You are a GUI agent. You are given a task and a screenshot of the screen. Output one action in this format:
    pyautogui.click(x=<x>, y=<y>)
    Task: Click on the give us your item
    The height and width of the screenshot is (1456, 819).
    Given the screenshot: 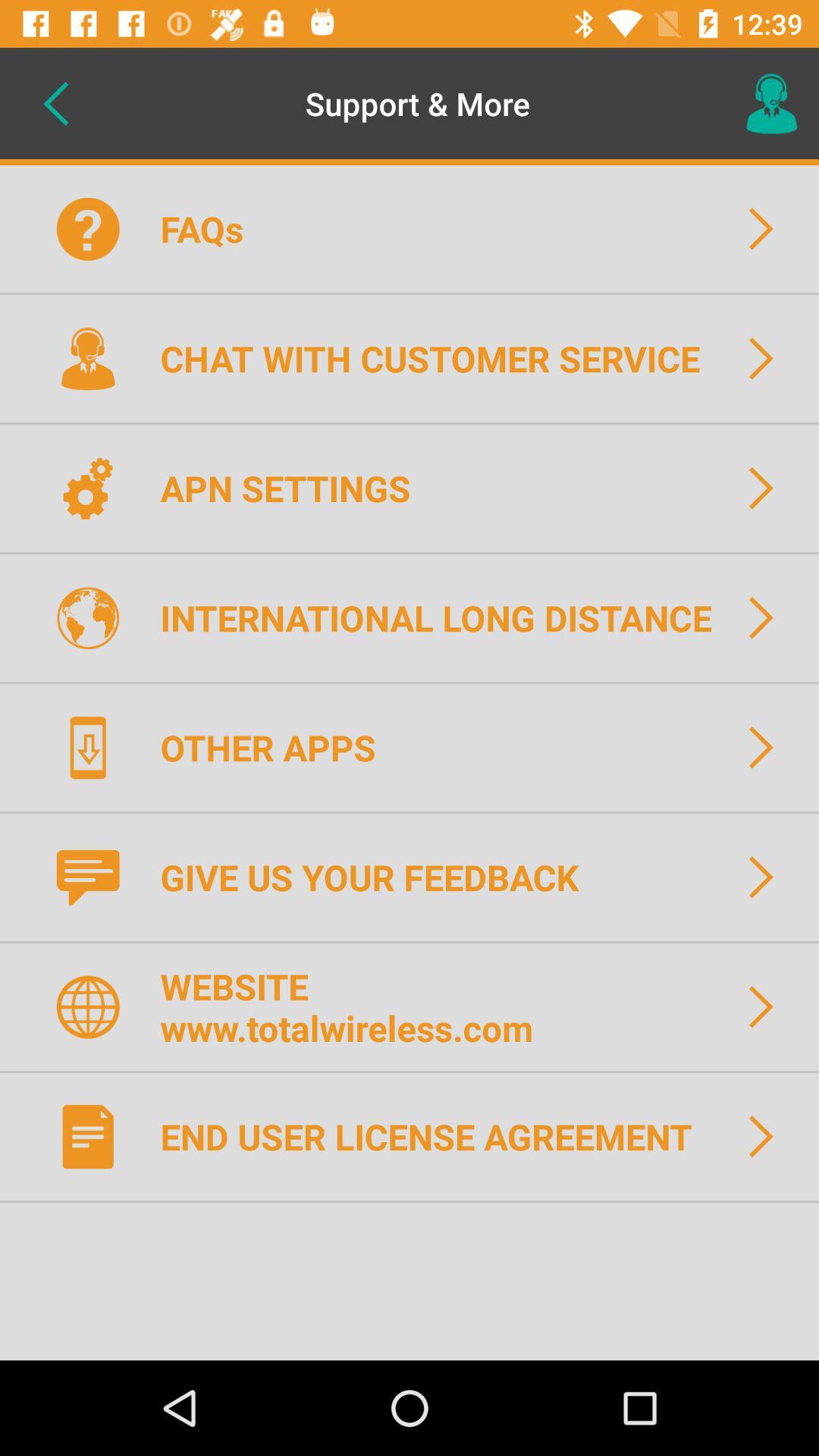 What is the action you would take?
    pyautogui.click(x=378, y=877)
    